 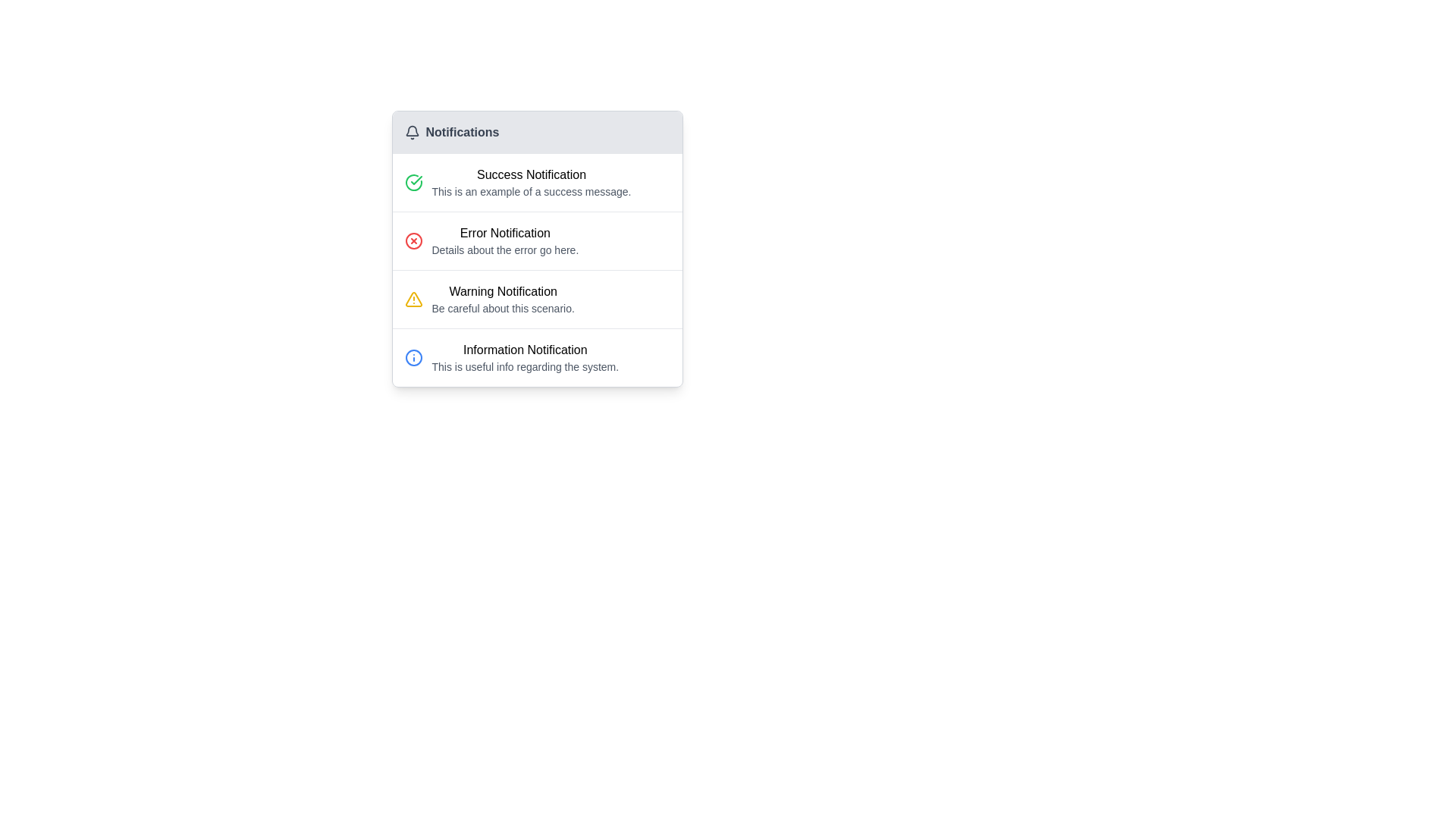 I want to click on the yellow triangular warning icon located to the left of the 'Warning Notification' text, so click(x=413, y=299).